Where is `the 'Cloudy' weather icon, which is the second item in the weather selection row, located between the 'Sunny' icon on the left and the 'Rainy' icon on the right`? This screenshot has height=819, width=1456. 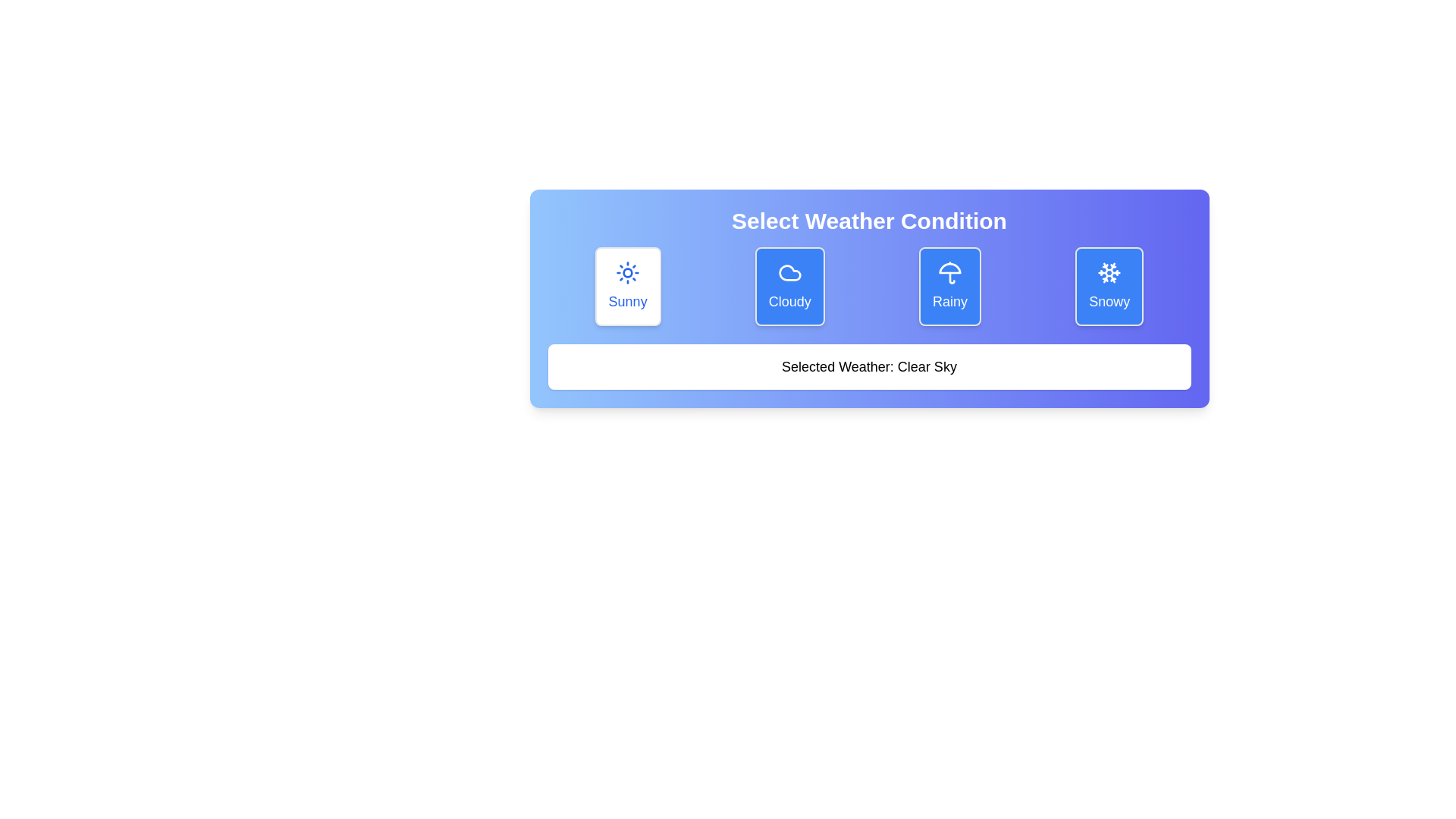
the 'Cloudy' weather icon, which is the second item in the weather selection row, located between the 'Sunny' icon on the left and the 'Rainy' icon on the right is located at coordinates (789, 271).